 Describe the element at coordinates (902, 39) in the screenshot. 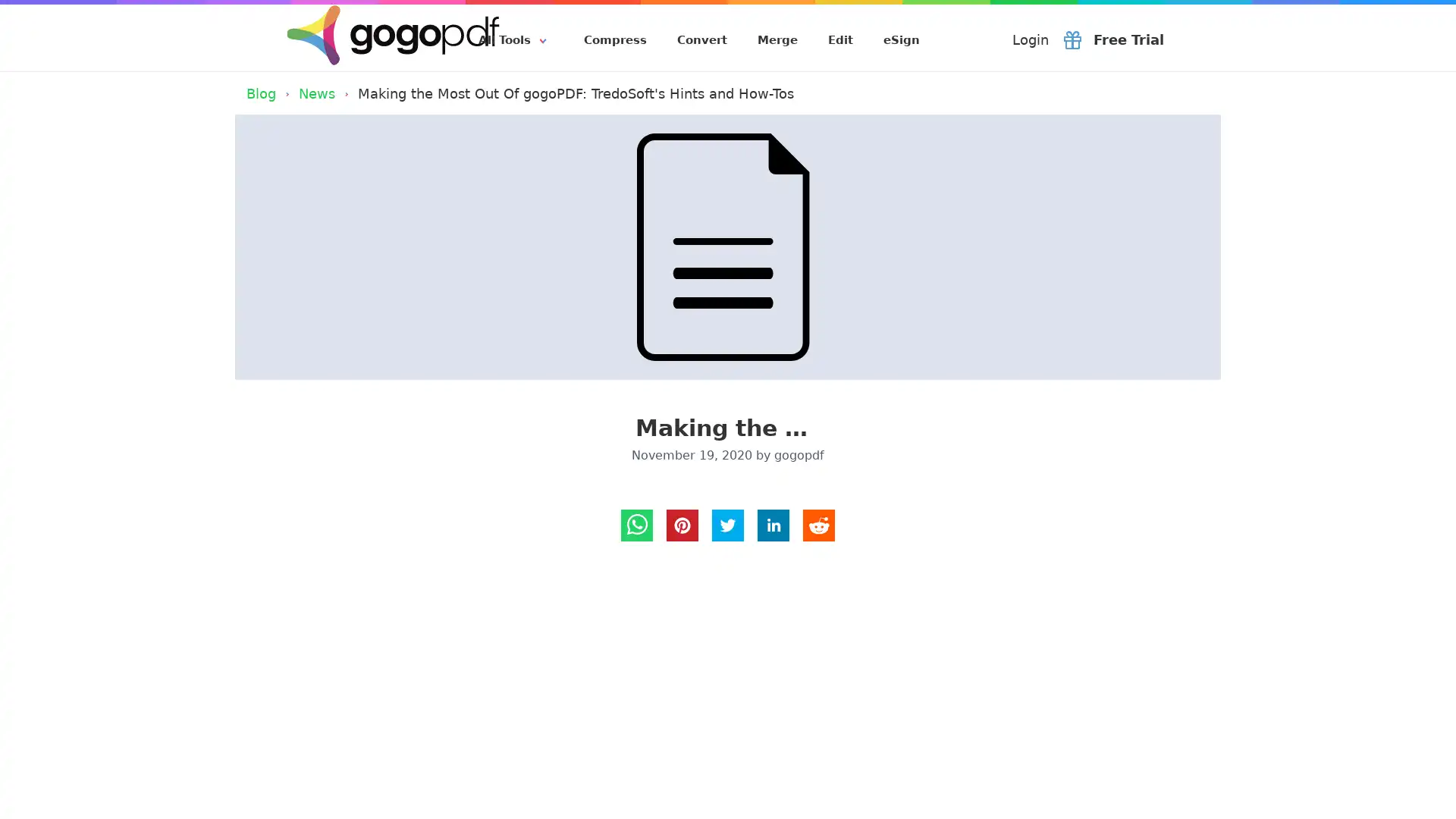

I see `eSign` at that location.